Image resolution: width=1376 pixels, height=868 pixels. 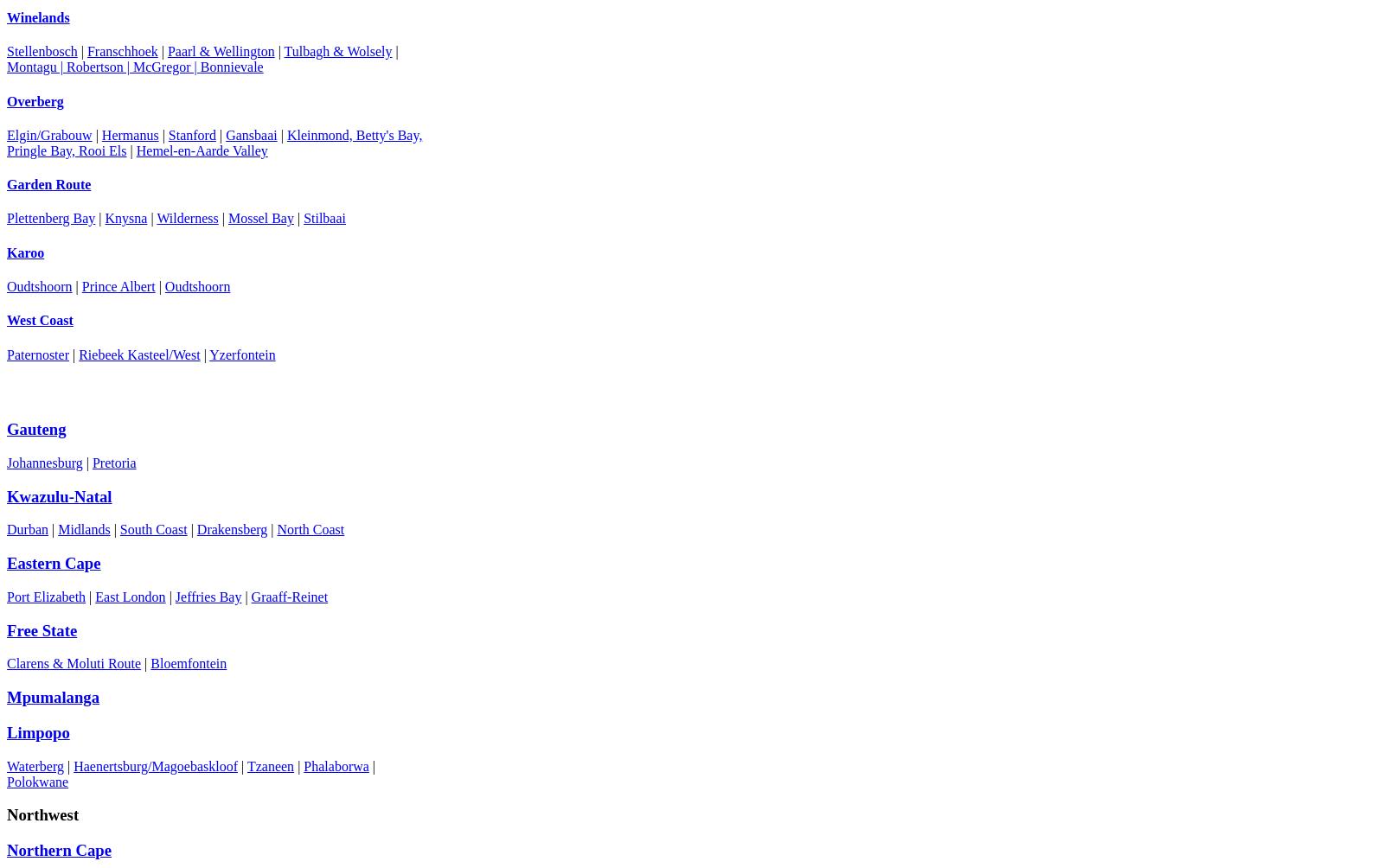 What do you see at coordinates (250, 133) in the screenshot?
I see `'Gansbaai'` at bounding box center [250, 133].